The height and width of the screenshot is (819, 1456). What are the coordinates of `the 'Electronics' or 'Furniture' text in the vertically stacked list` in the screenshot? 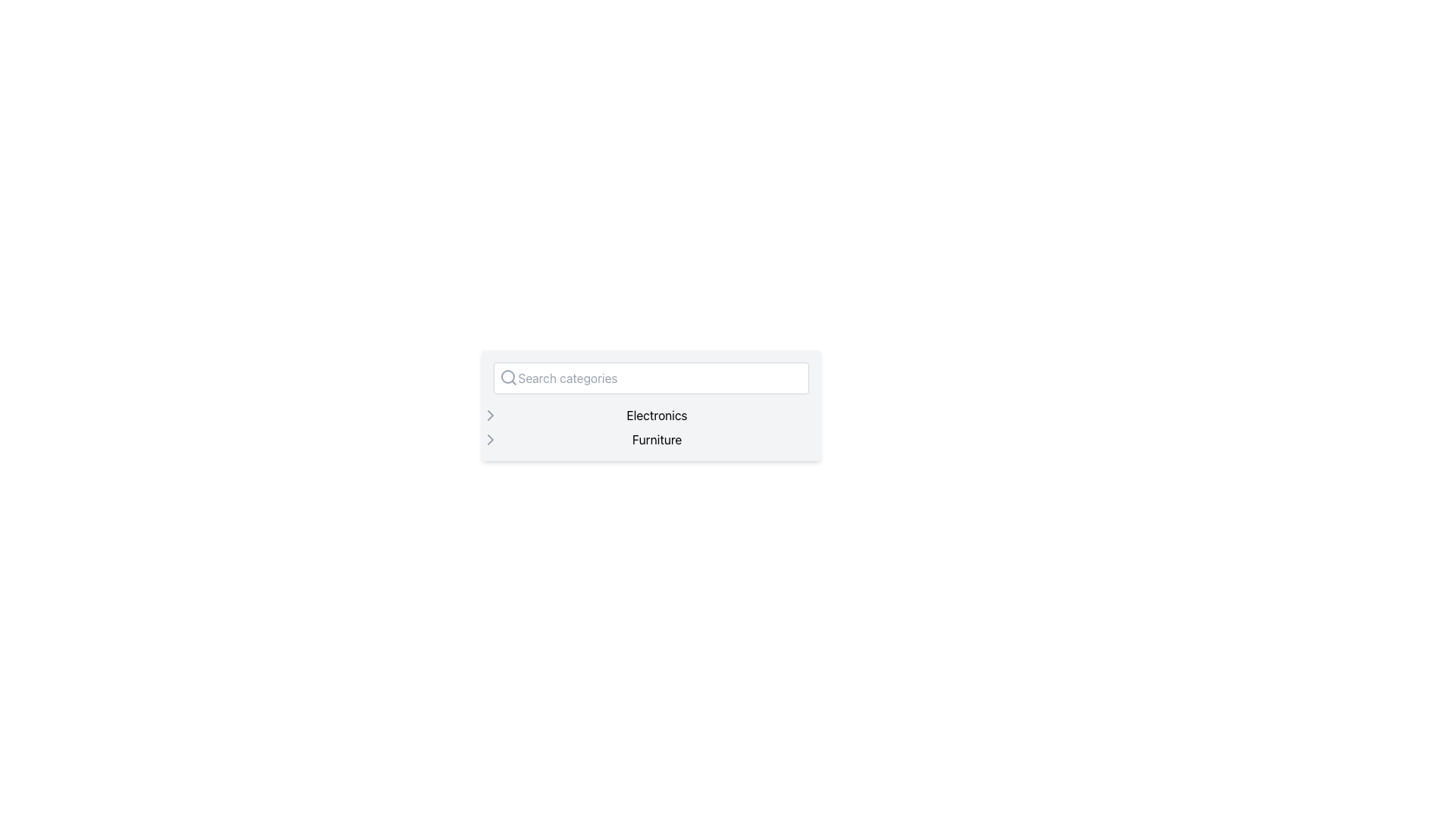 It's located at (651, 427).